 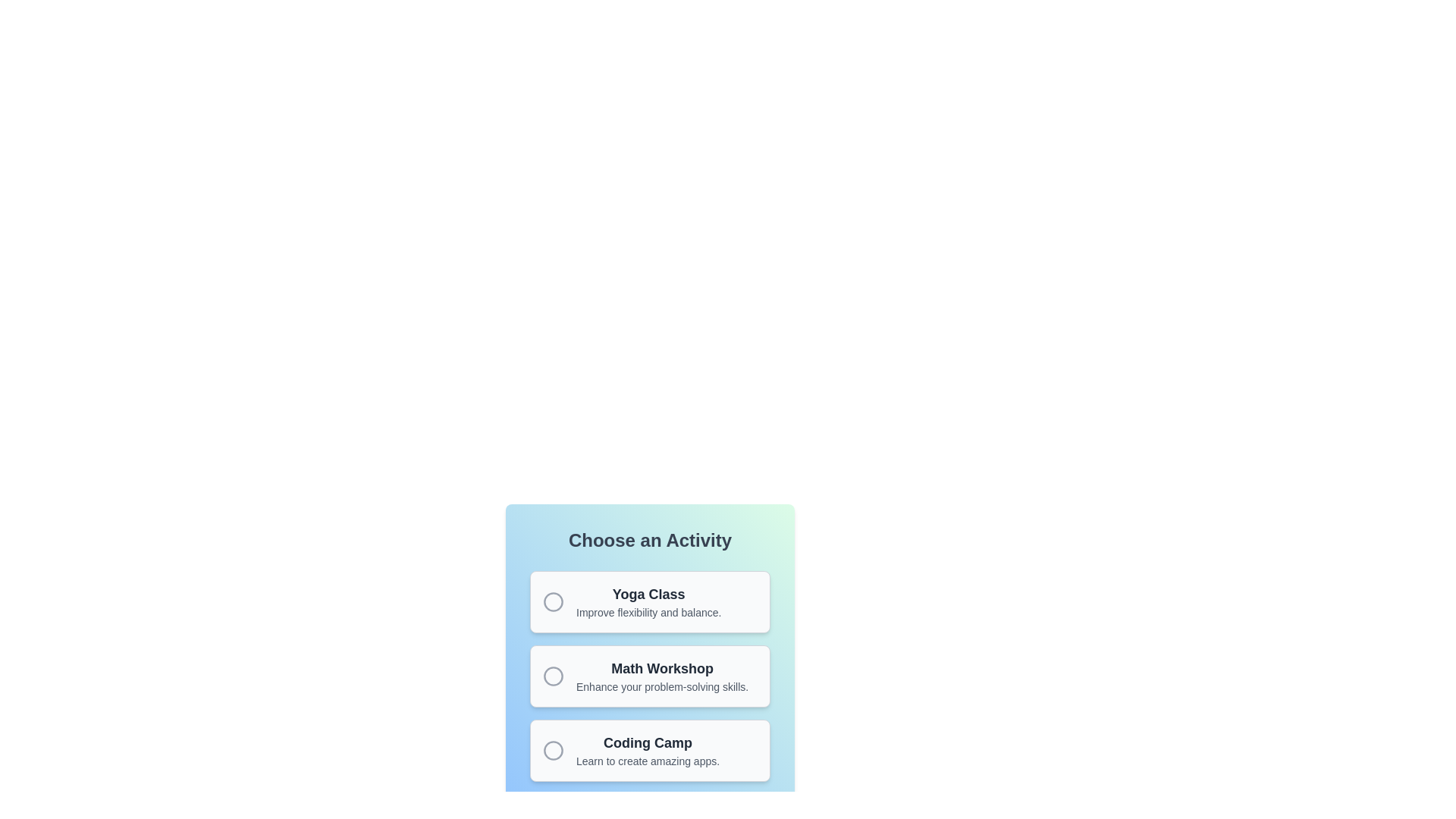 What do you see at coordinates (552, 751) in the screenshot?
I see `the radio button with a gray border and empty interior, which is the third item in the list labeled 'Coding Camp Learn to create amazing apps.'` at bounding box center [552, 751].